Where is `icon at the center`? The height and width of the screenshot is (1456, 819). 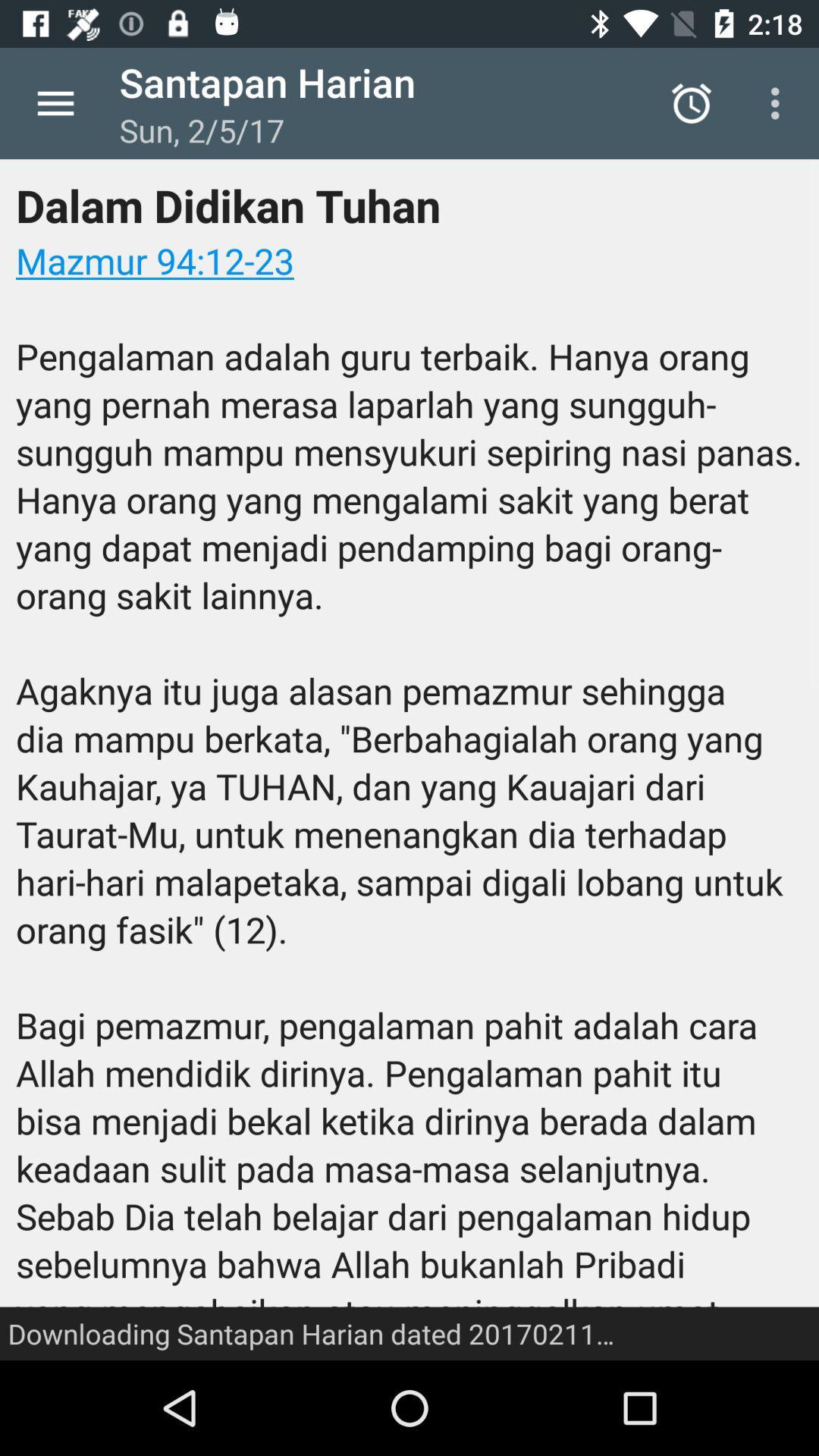 icon at the center is located at coordinates (409, 760).